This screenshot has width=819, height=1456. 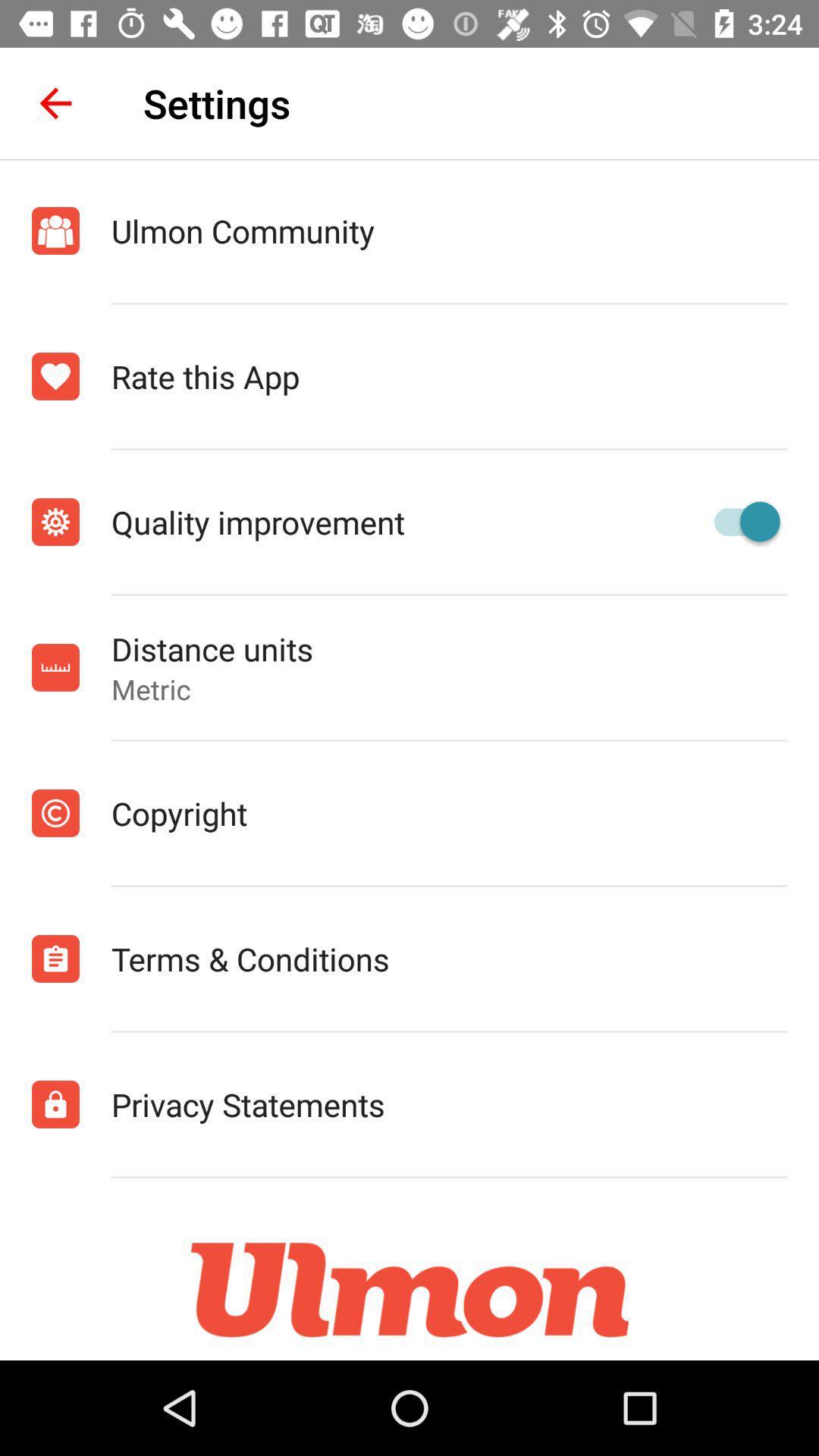 What do you see at coordinates (739, 522) in the screenshot?
I see `quality improvement option` at bounding box center [739, 522].